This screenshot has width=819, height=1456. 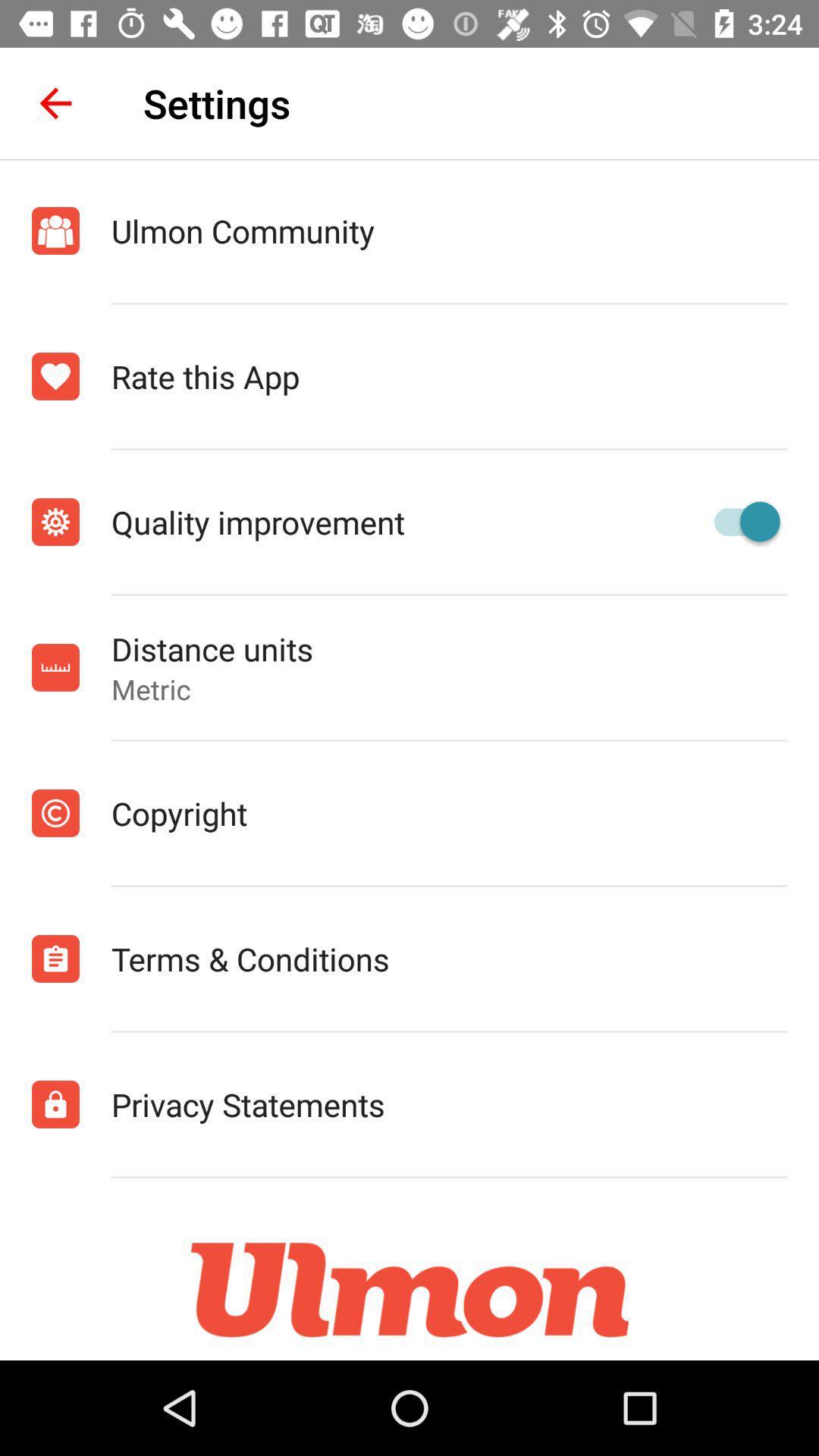 What do you see at coordinates (739, 522) in the screenshot?
I see `quality improvement option` at bounding box center [739, 522].